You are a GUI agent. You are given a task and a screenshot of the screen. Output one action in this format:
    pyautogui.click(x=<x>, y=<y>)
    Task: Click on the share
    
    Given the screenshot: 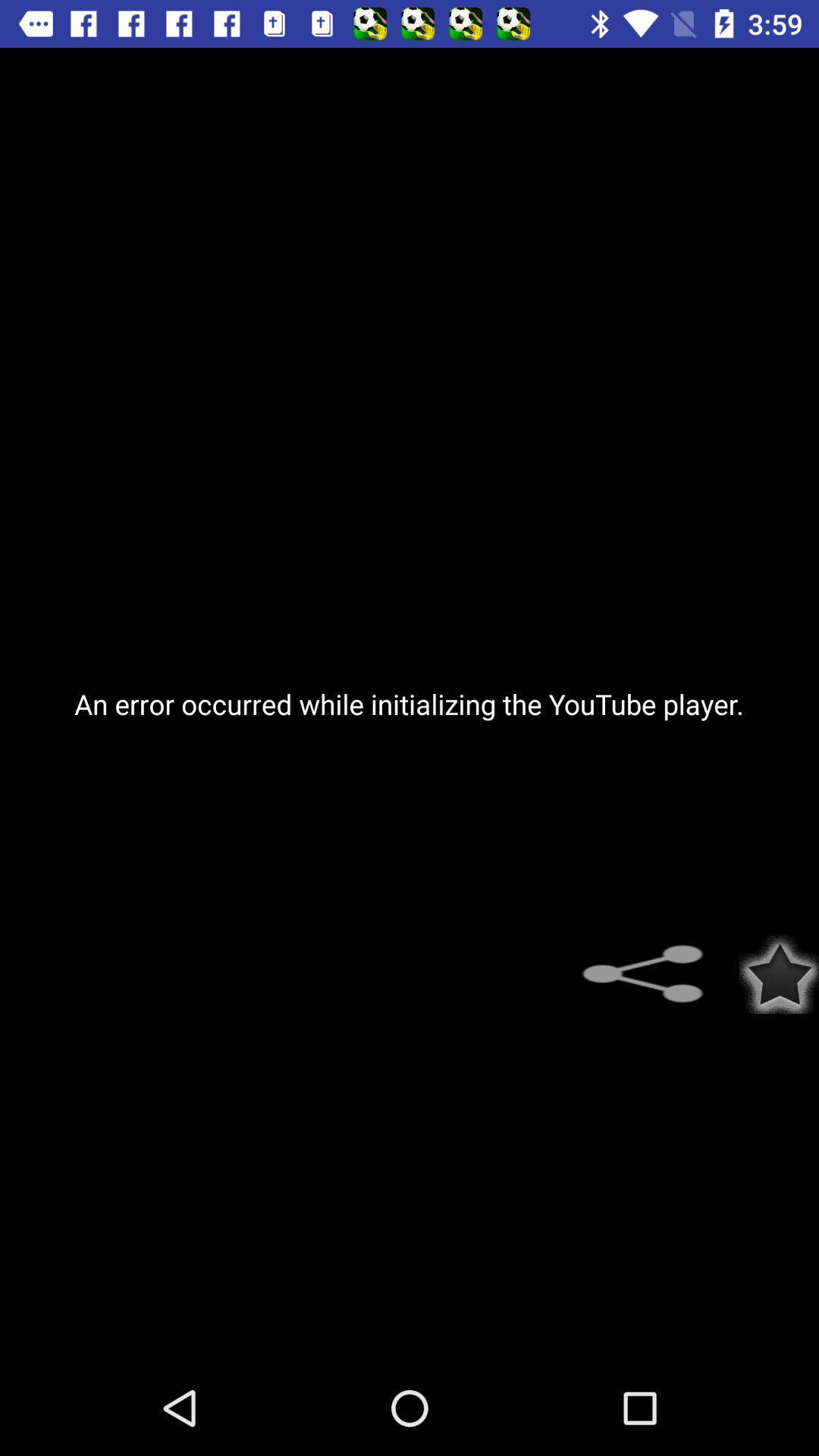 What is the action you would take?
    pyautogui.click(x=651, y=974)
    